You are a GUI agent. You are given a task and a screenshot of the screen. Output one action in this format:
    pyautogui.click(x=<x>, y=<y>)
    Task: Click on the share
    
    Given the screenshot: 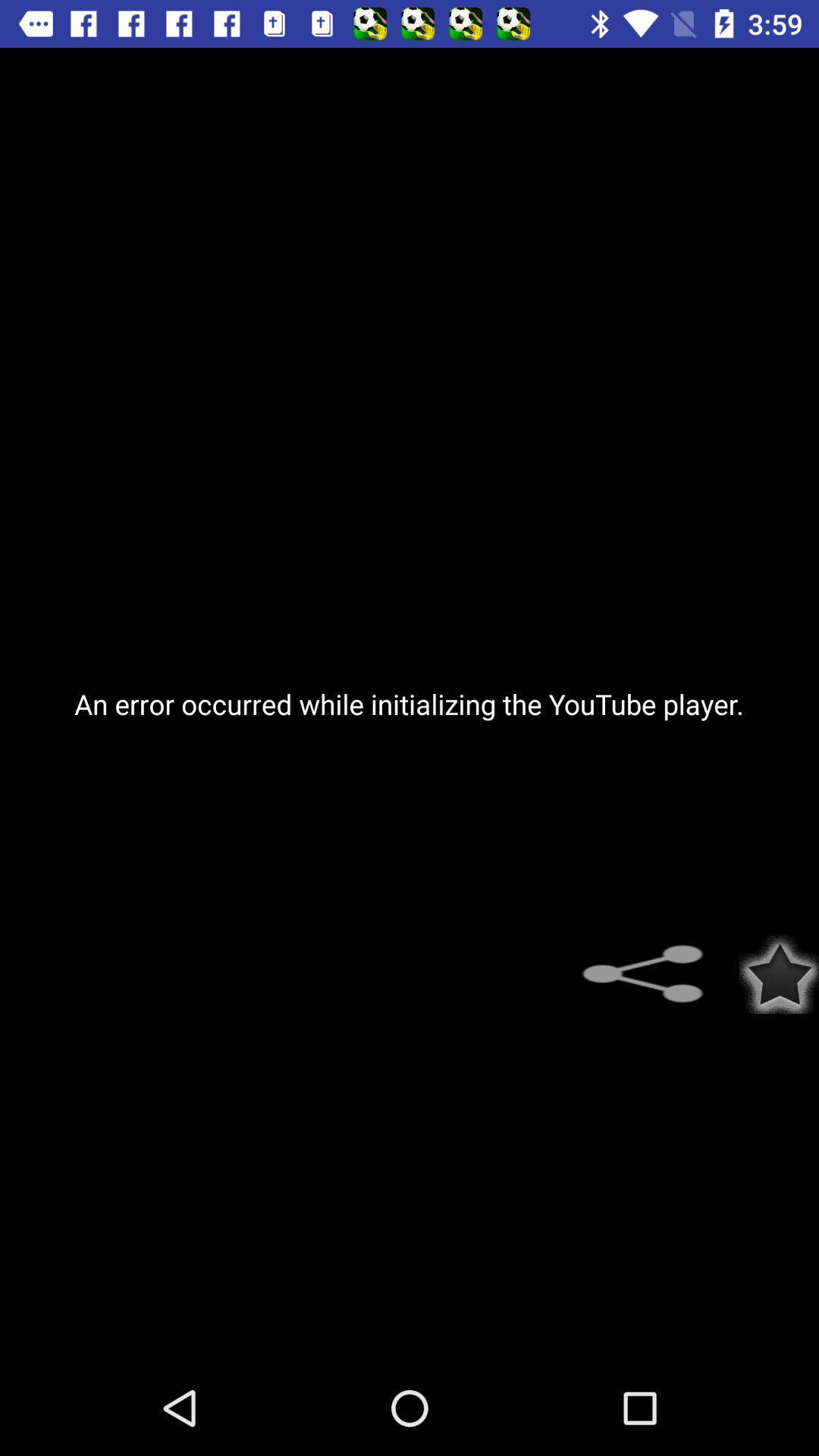 What is the action you would take?
    pyautogui.click(x=651, y=974)
    